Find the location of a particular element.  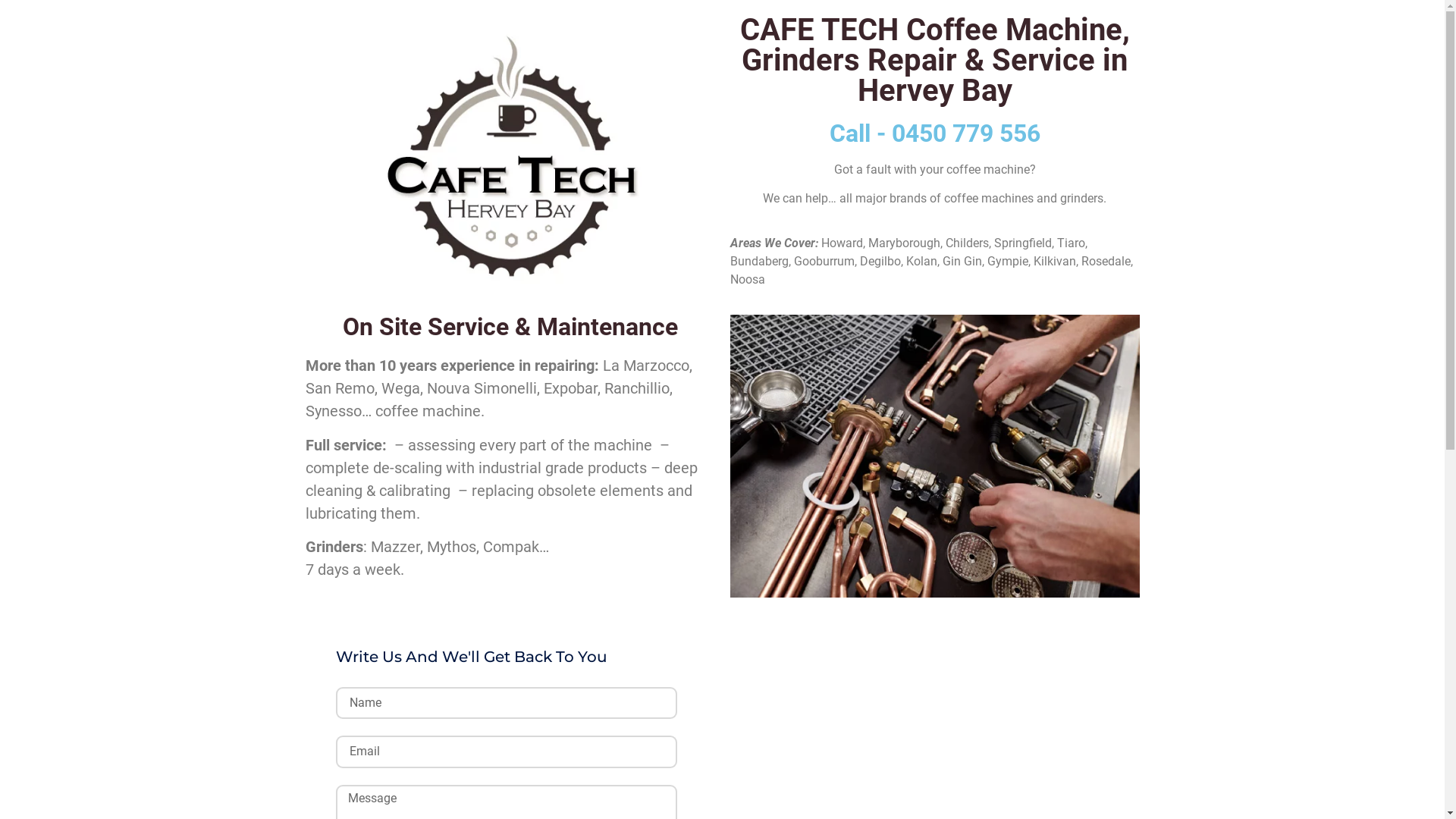

'Call - 0450 779 556' is located at coordinates (934, 133).